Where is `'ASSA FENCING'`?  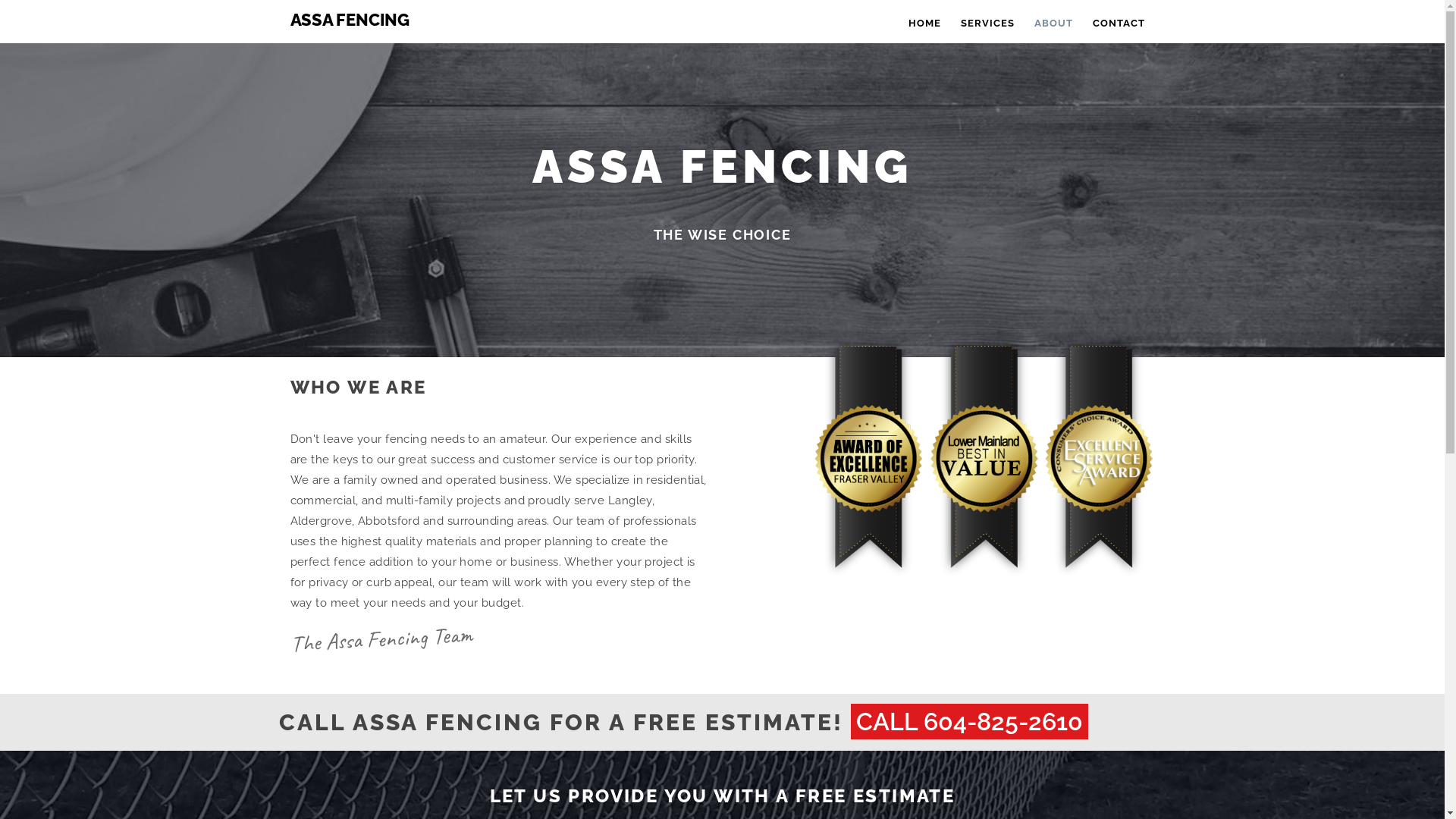
'ASSA FENCING' is located at coordinates (345, 18).